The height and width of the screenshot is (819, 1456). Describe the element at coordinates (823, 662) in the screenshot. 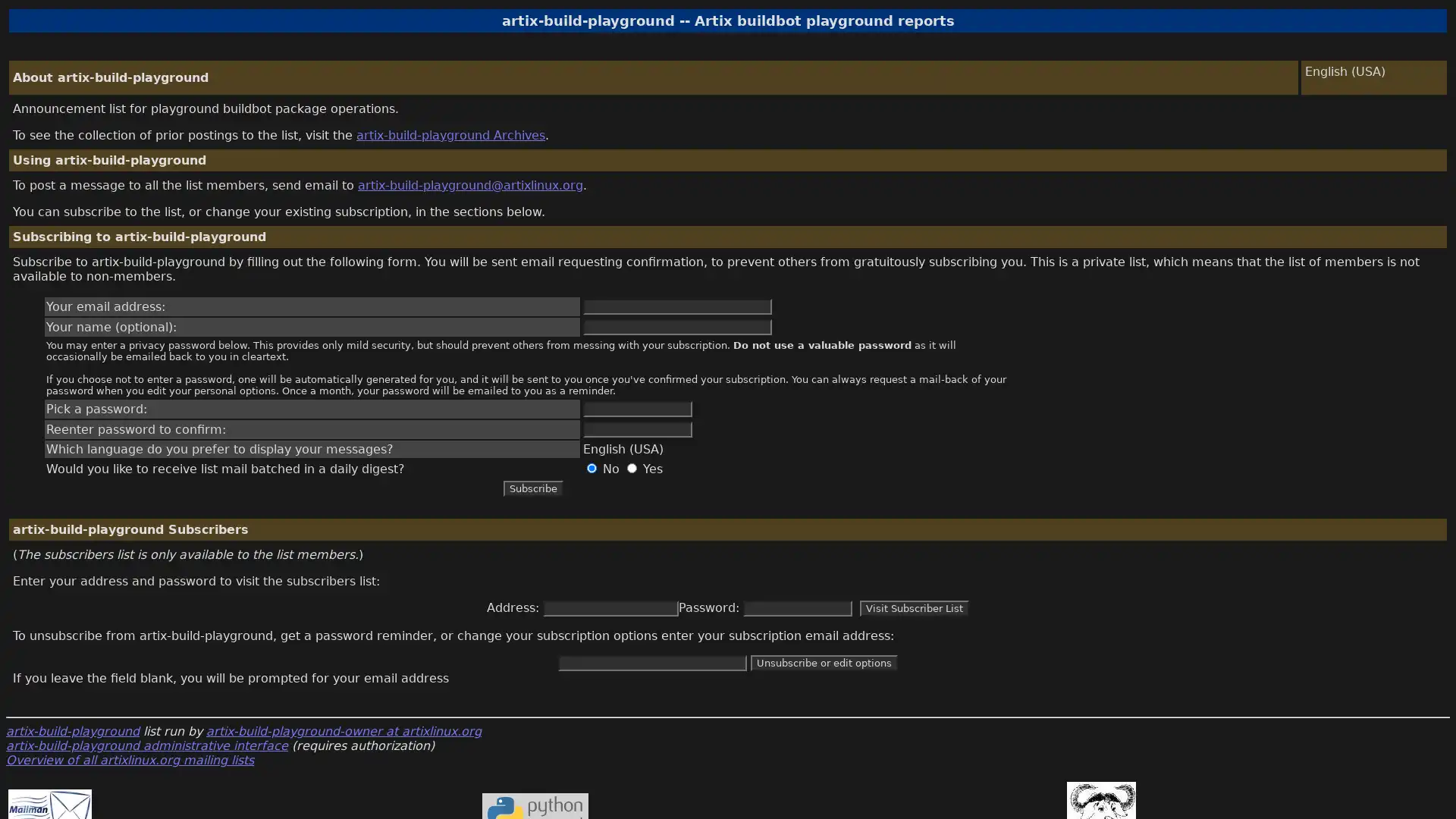

I see `Unsubscribe or edit options` at that location.